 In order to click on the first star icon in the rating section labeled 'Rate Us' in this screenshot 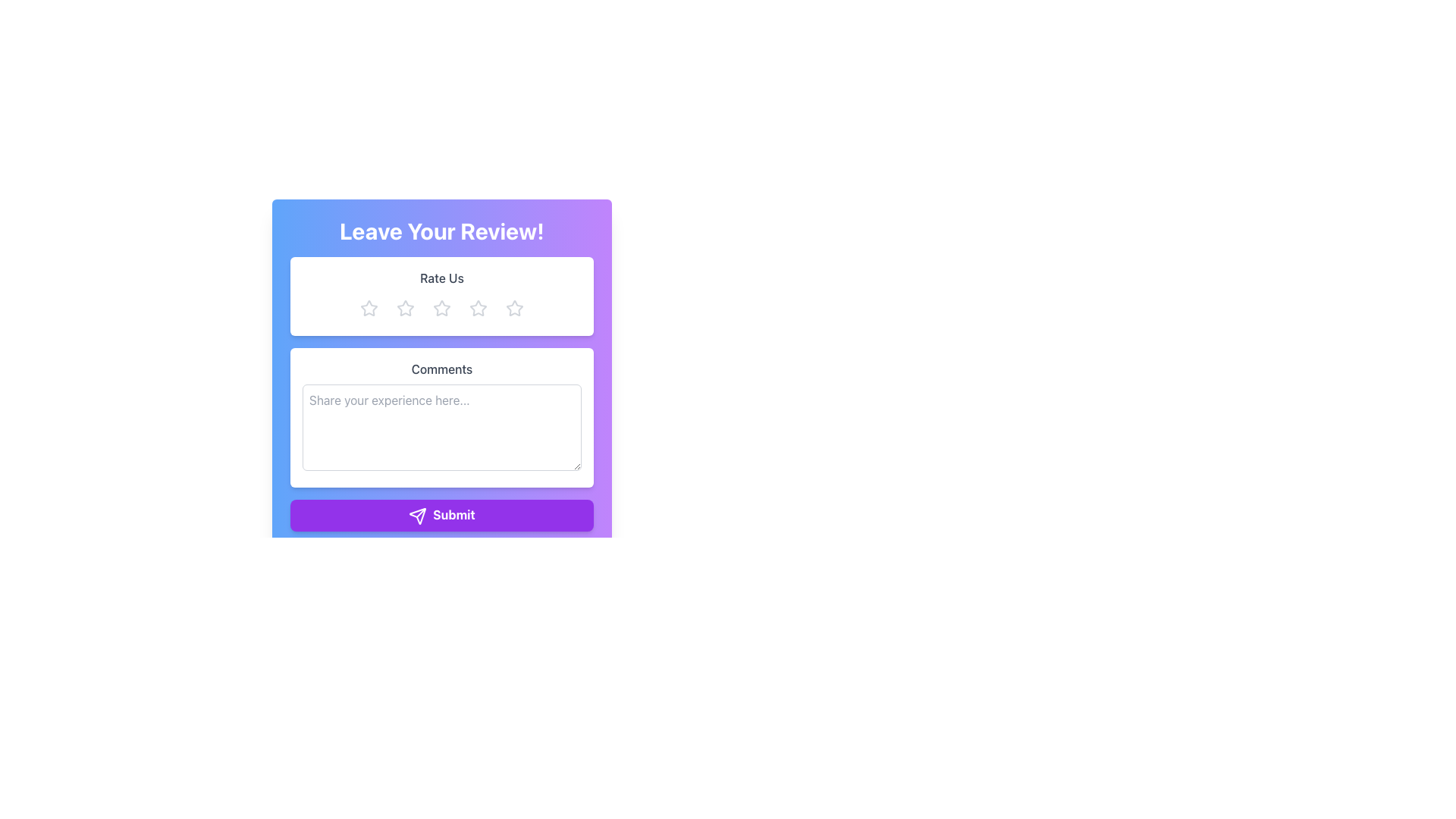, I will do `click(369, 307)`.